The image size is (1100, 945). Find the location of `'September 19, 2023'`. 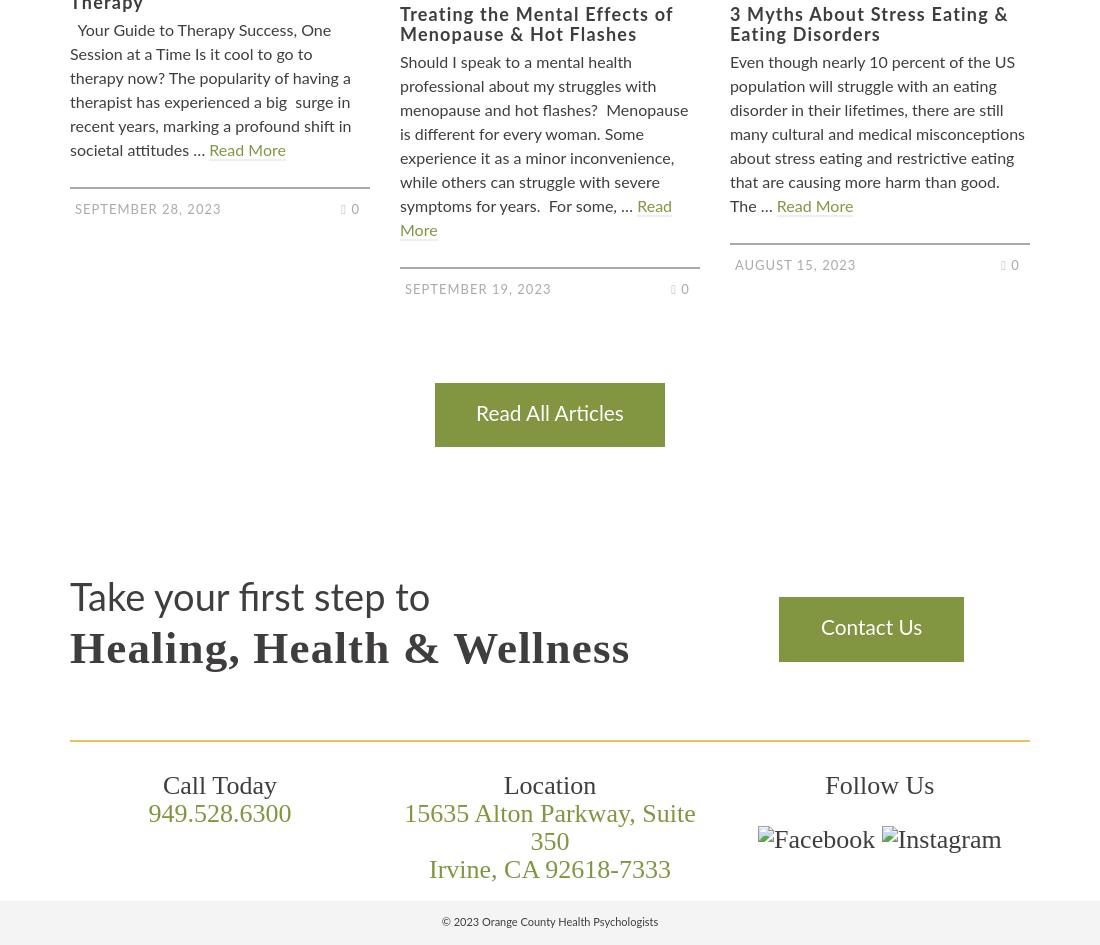

'September 19, 2023' is located at coordinates (404, 289).